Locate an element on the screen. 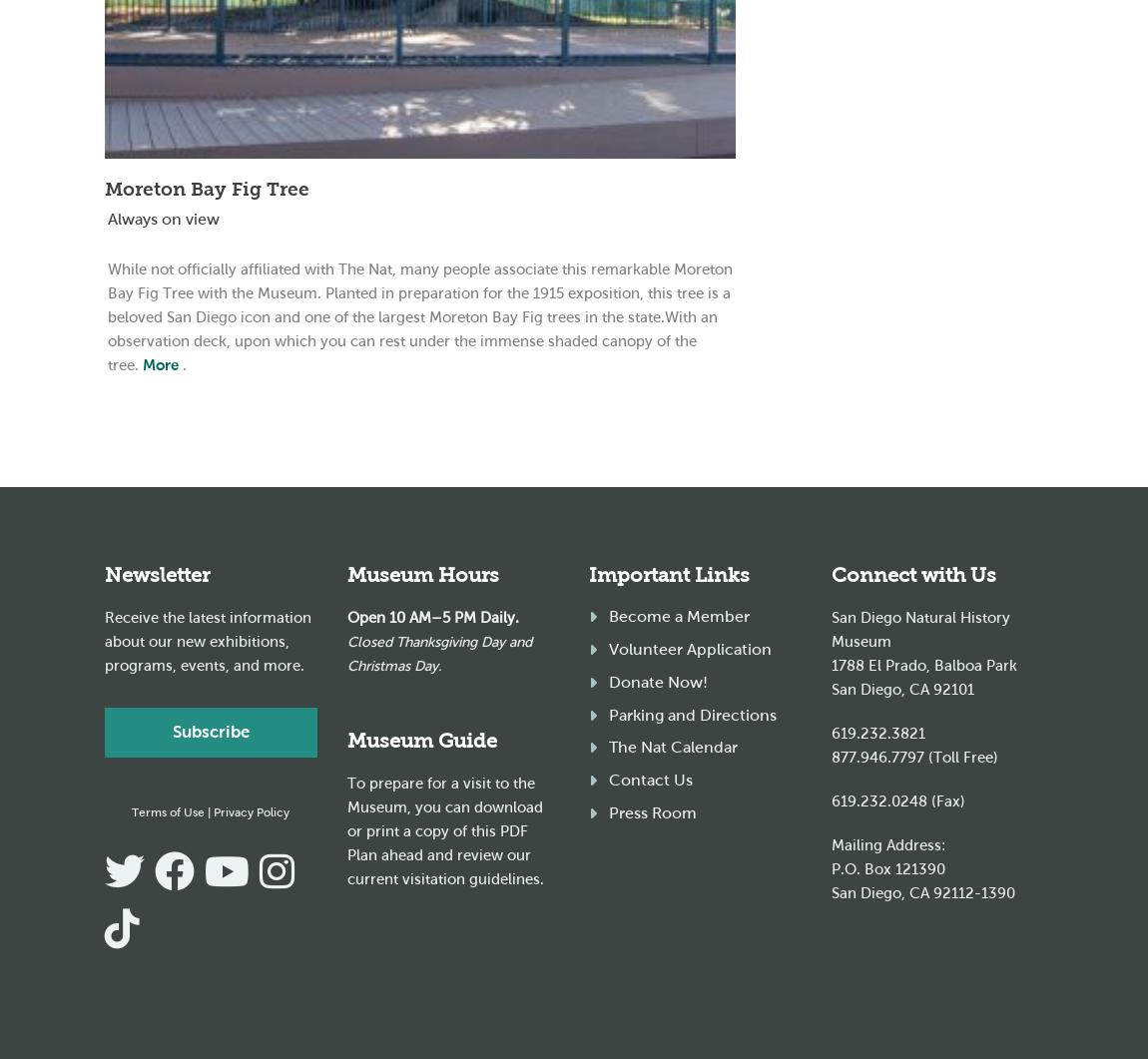  'Mailing Address:' is located at coordinates (830, 844).